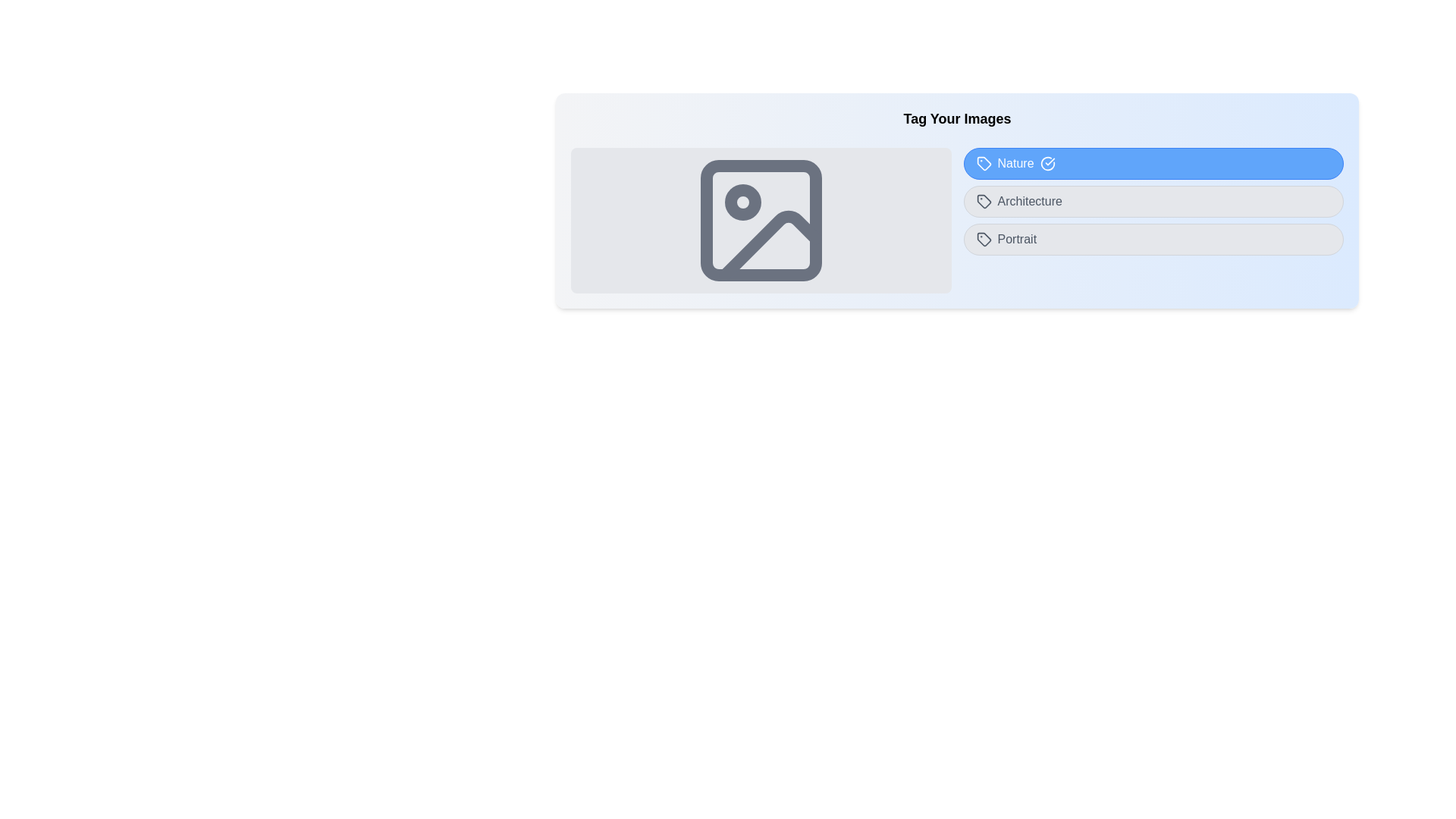 The height and width of the screenshot is (819, 1456). What do you see at coordinates (1153, 201) in the screenshot?
I see `the tag Architecture` at bounding box center [1153, 201].